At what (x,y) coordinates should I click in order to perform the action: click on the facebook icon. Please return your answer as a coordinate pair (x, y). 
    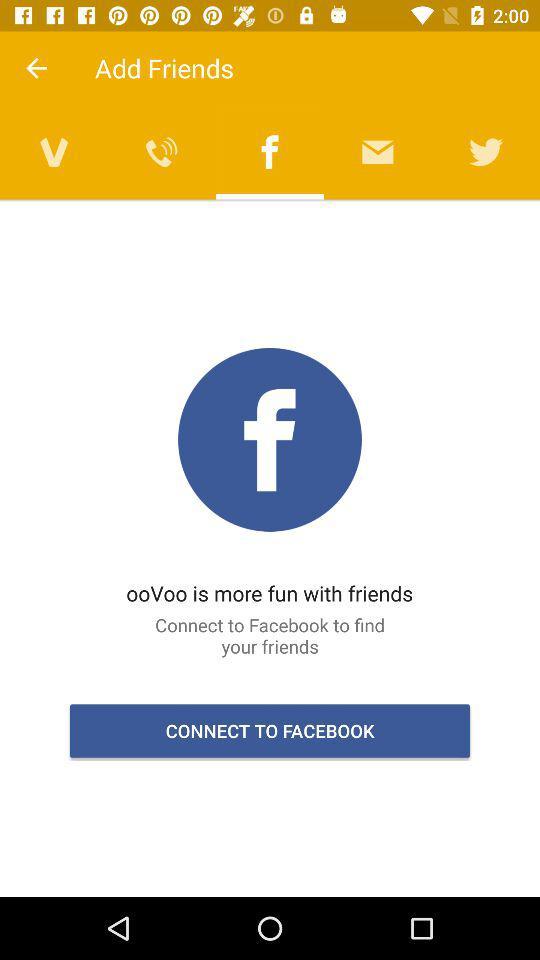
    Looking at the image, I should click on (270, 151).